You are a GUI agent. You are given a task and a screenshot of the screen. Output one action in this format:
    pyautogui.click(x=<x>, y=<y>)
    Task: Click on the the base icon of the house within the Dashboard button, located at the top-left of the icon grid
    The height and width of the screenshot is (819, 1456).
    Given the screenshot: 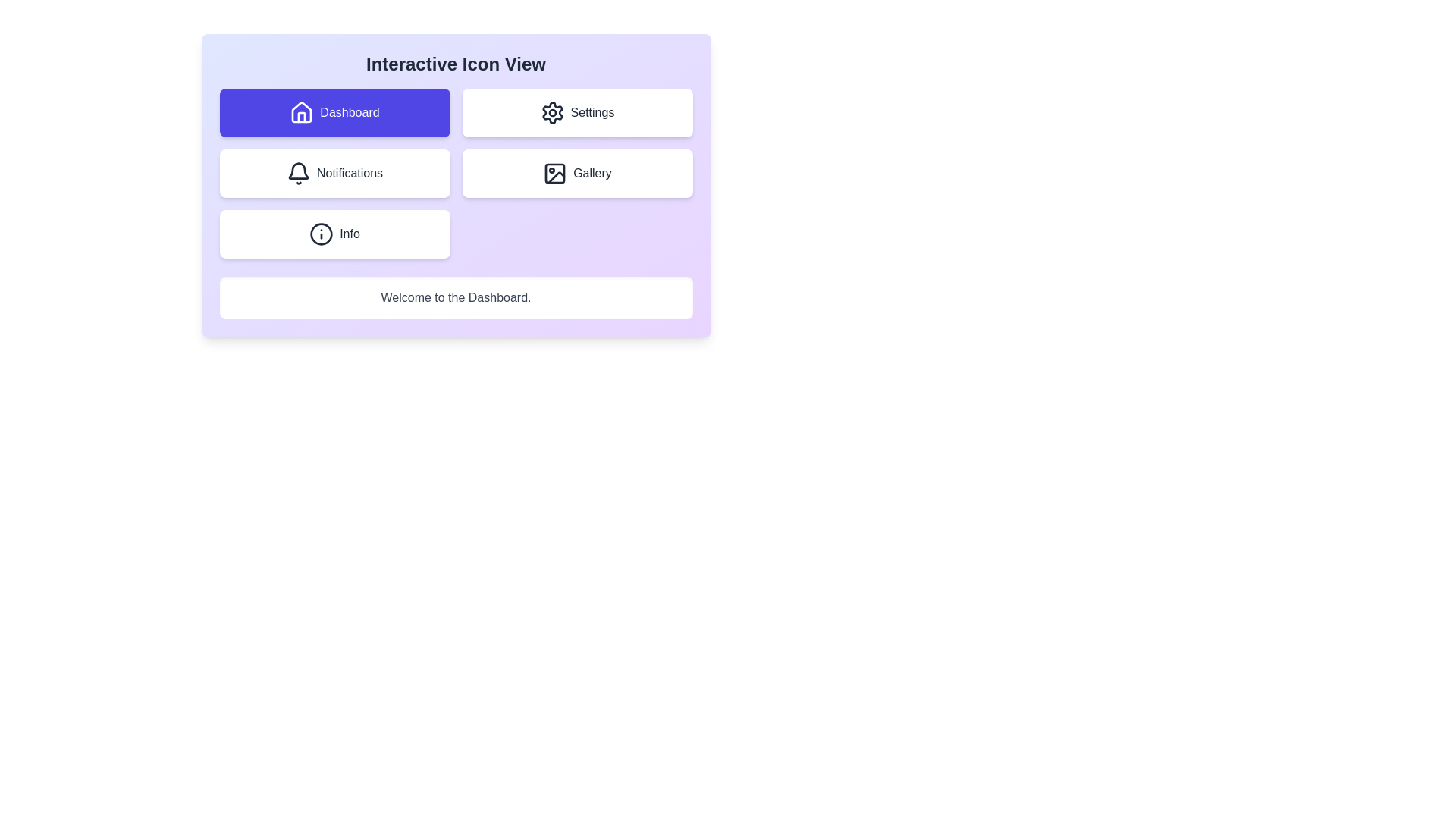 What is the action you would take?
    pyautogui.click(x=302, y=116)
    